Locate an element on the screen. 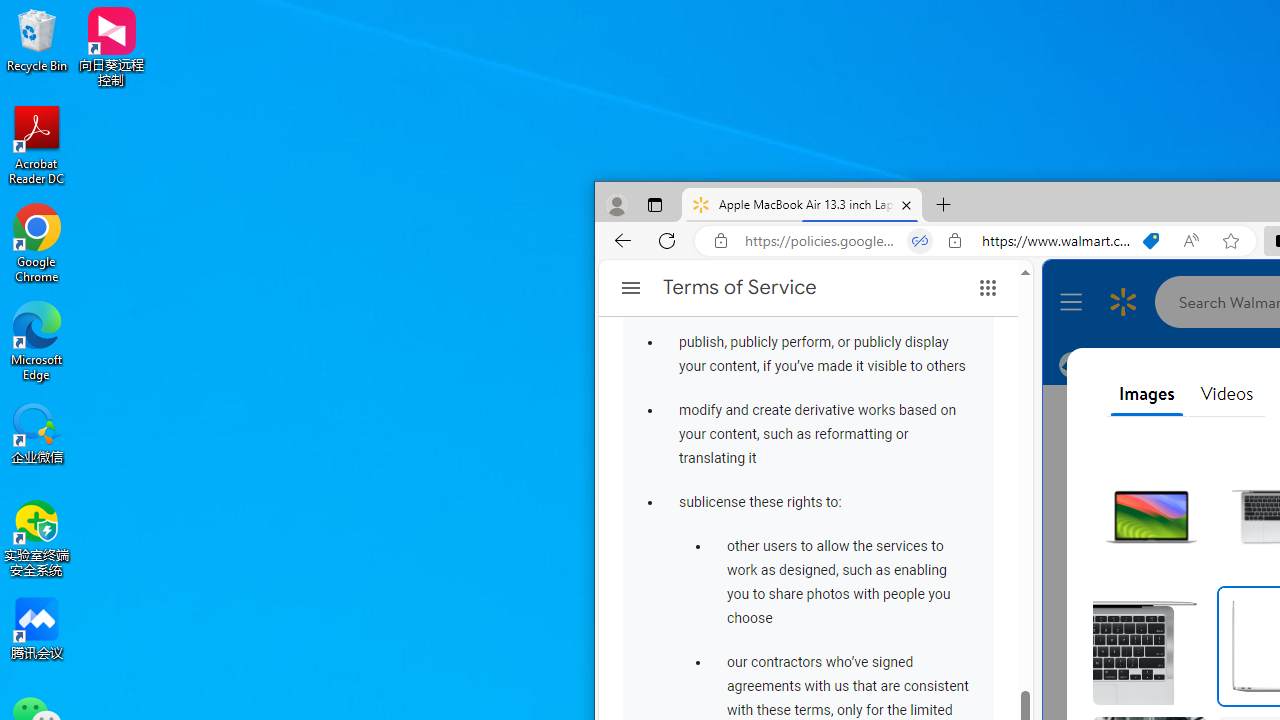  'Videos' is located at coordinates (1225, 394).